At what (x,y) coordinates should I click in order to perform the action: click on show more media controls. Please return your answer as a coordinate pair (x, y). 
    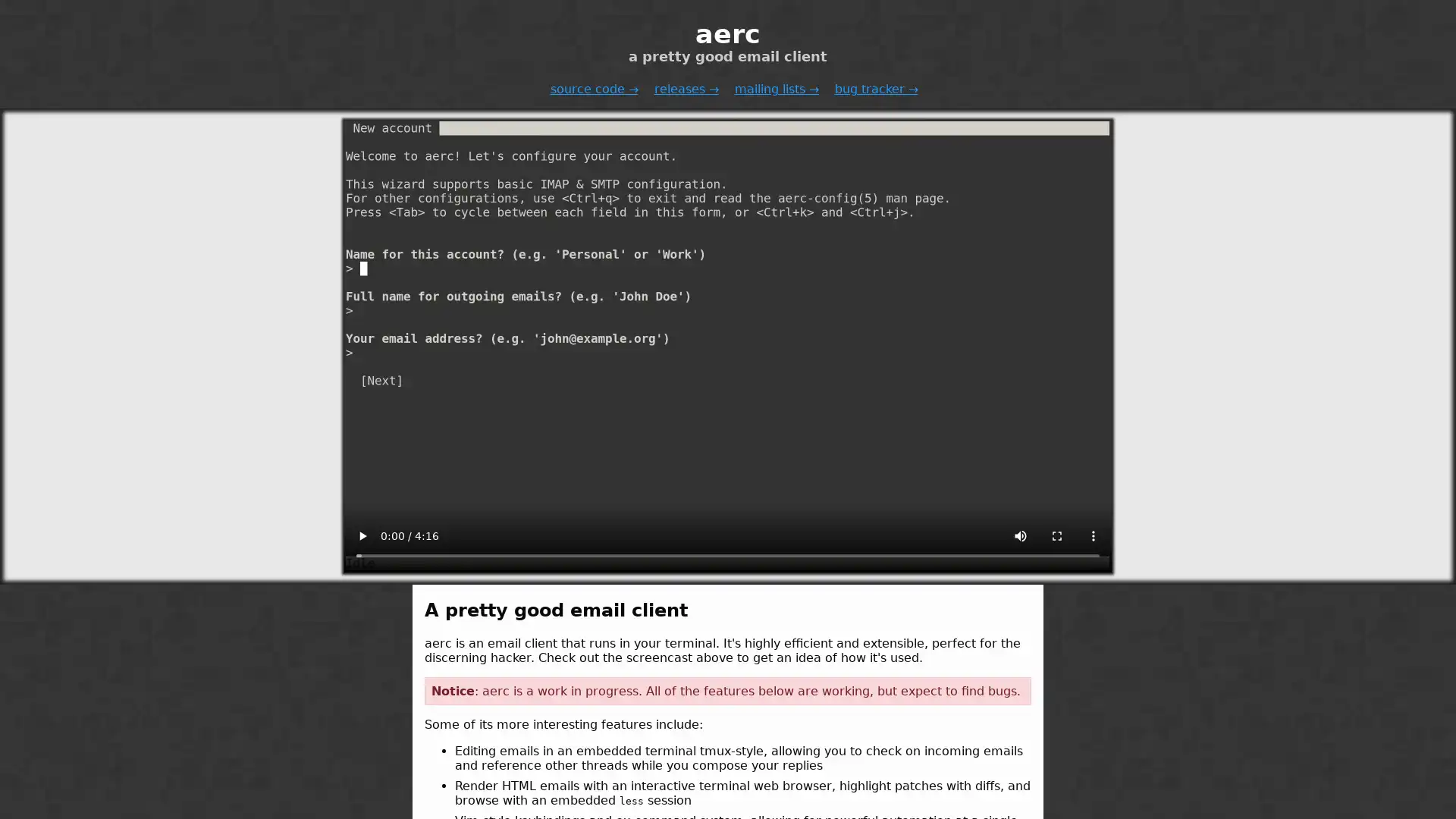
    Looking at the image, I should click on (1093, 535).